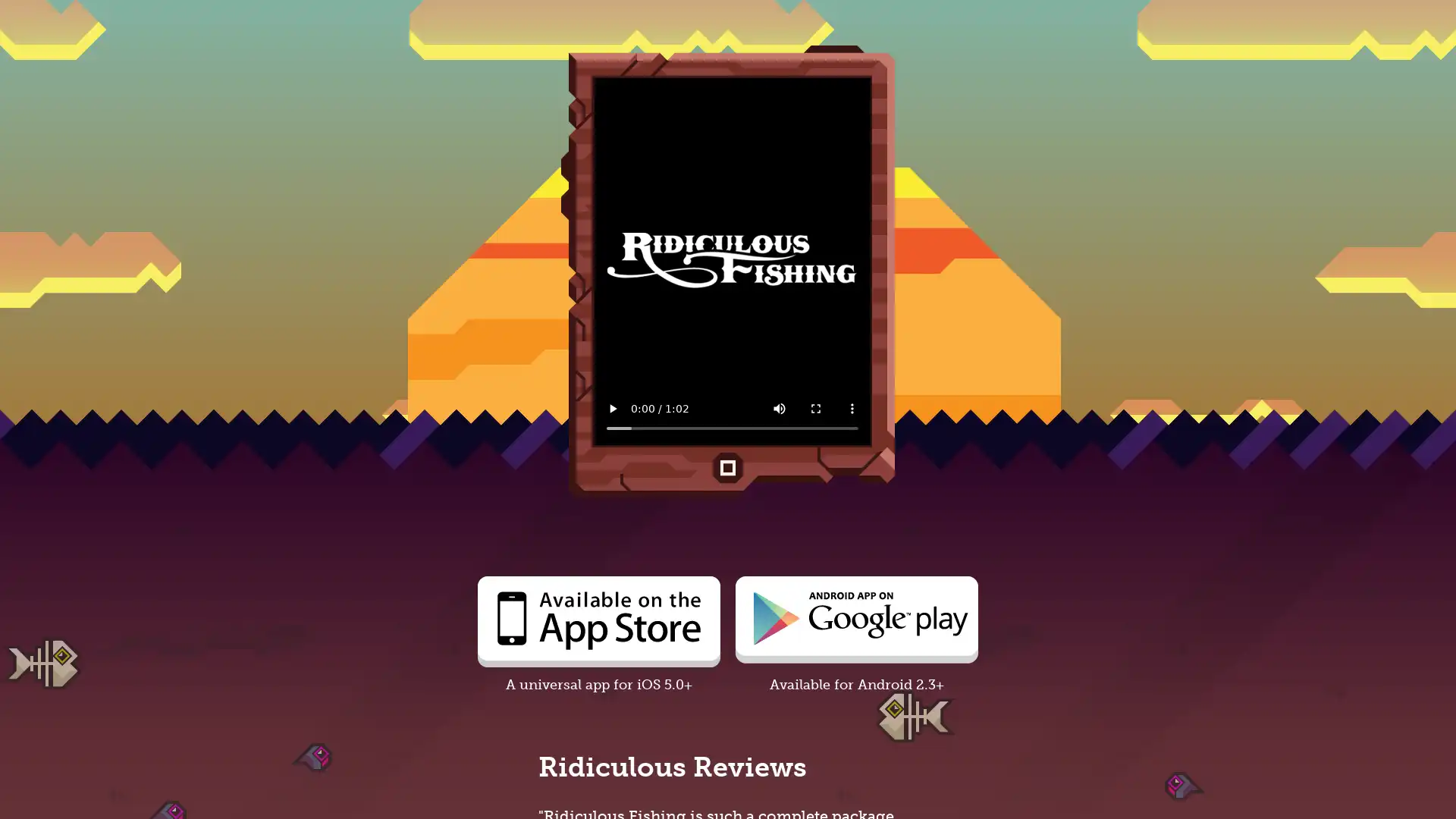 The width and height of the screenshot is (1456, 819). What do you see at coordinates (852, 408) in the screenshot?
I see `show more media controls` at bounding box center [852, 408].